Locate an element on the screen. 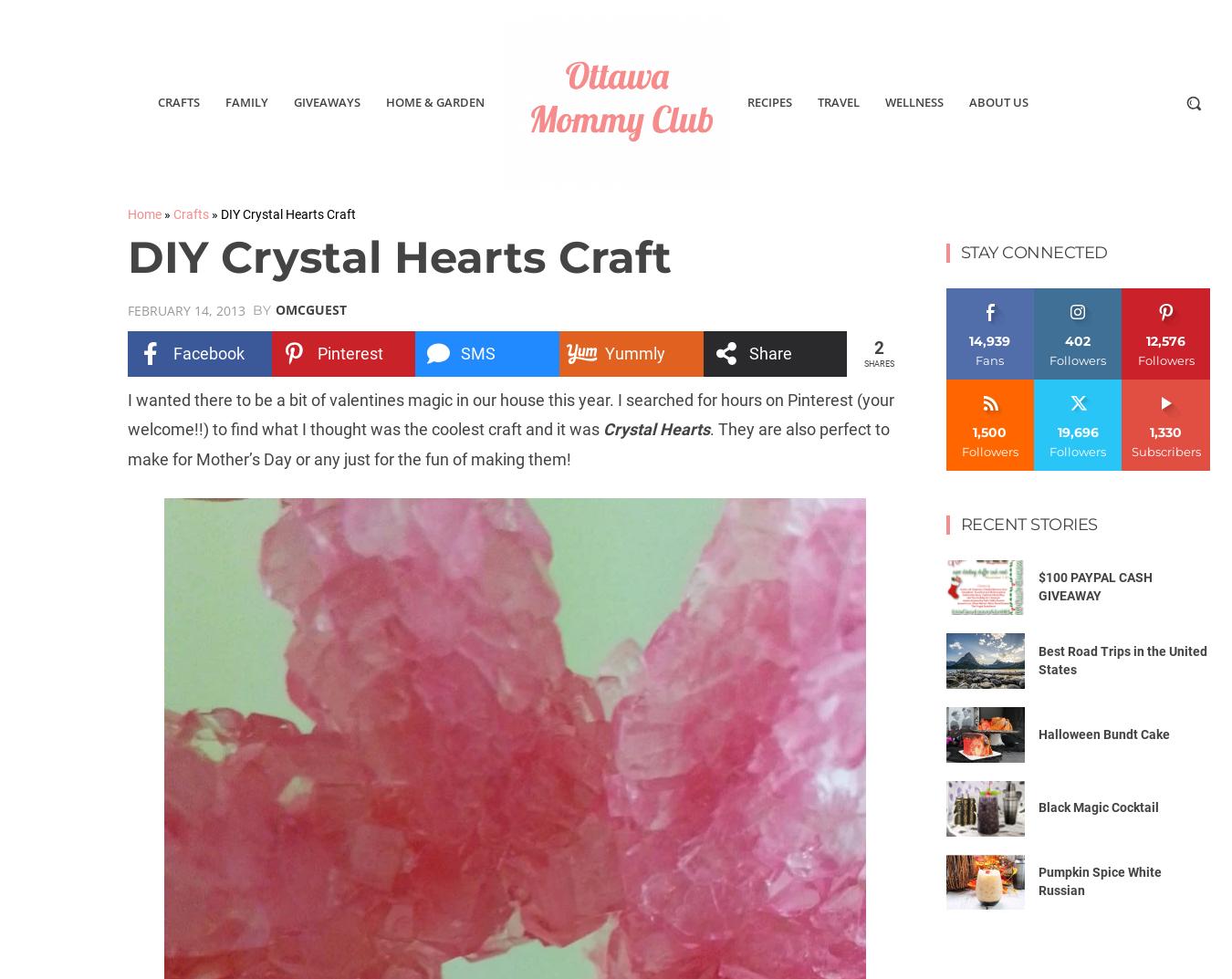 The image size is (1232, 979). 'February 14, 2013' is located at coordinates (186, 309).